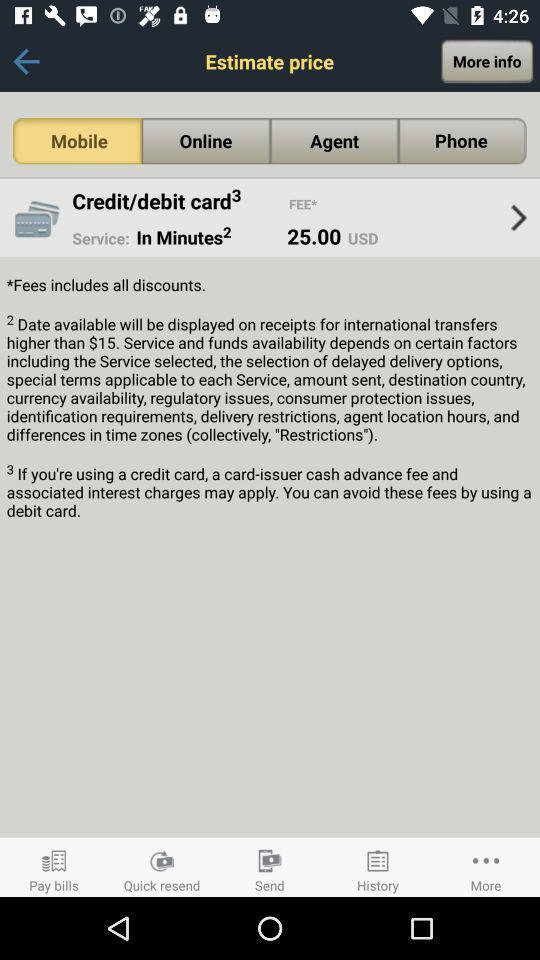  Describe the element at coordinates (358, 238) in the screenshot. I see `usd icon` at that location.